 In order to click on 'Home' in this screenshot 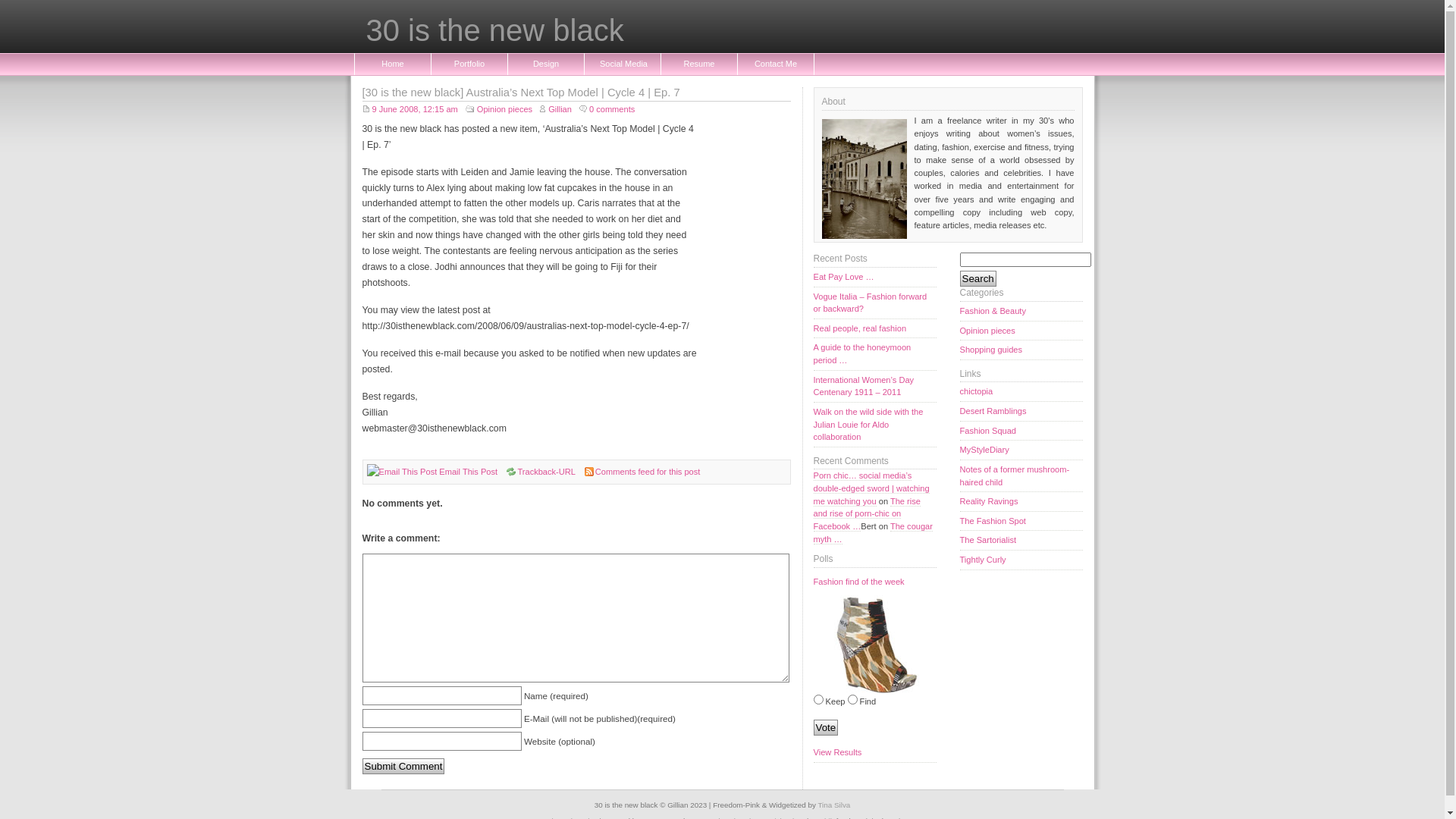, I will do `click(393, 63)`.